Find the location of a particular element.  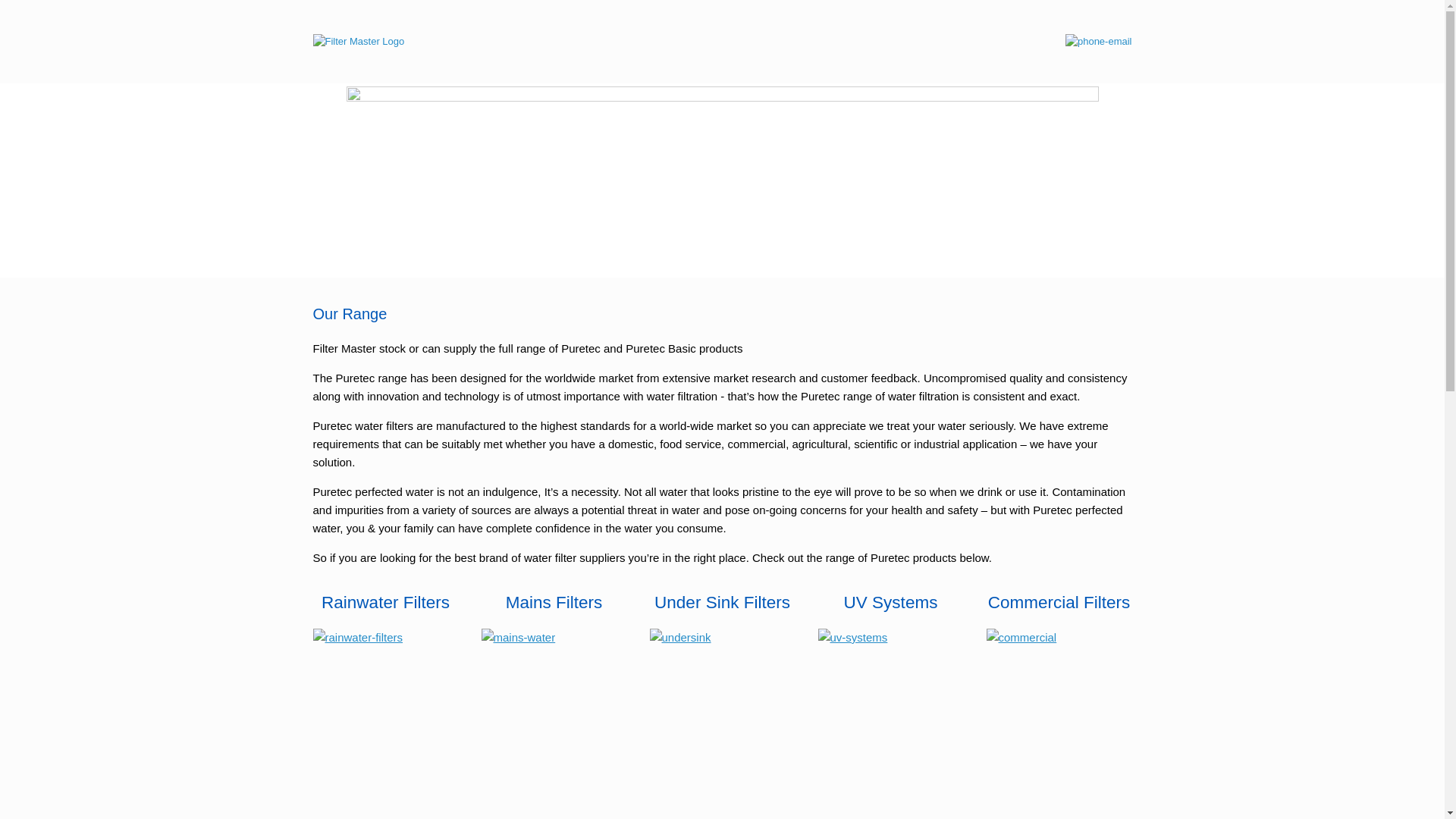

'Filter Master' is located at coordinates (357, 40).